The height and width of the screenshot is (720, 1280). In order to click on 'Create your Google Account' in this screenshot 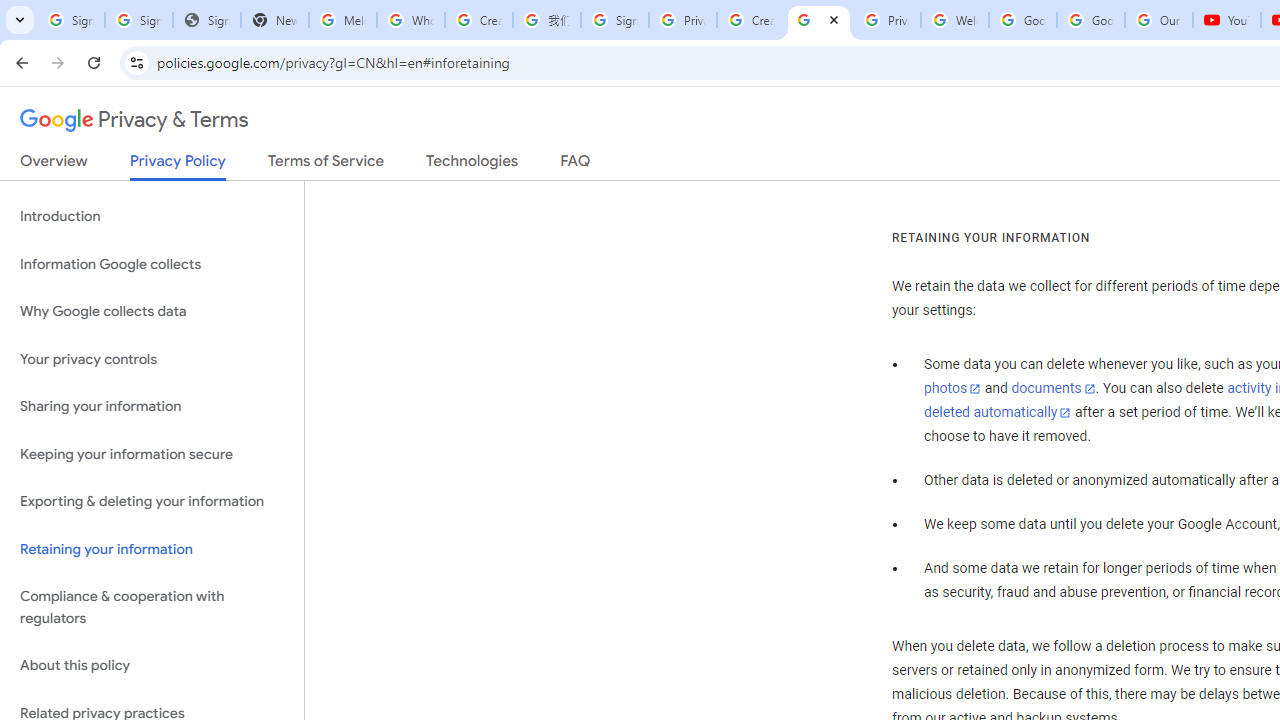, I will do `click(478, 20)`.